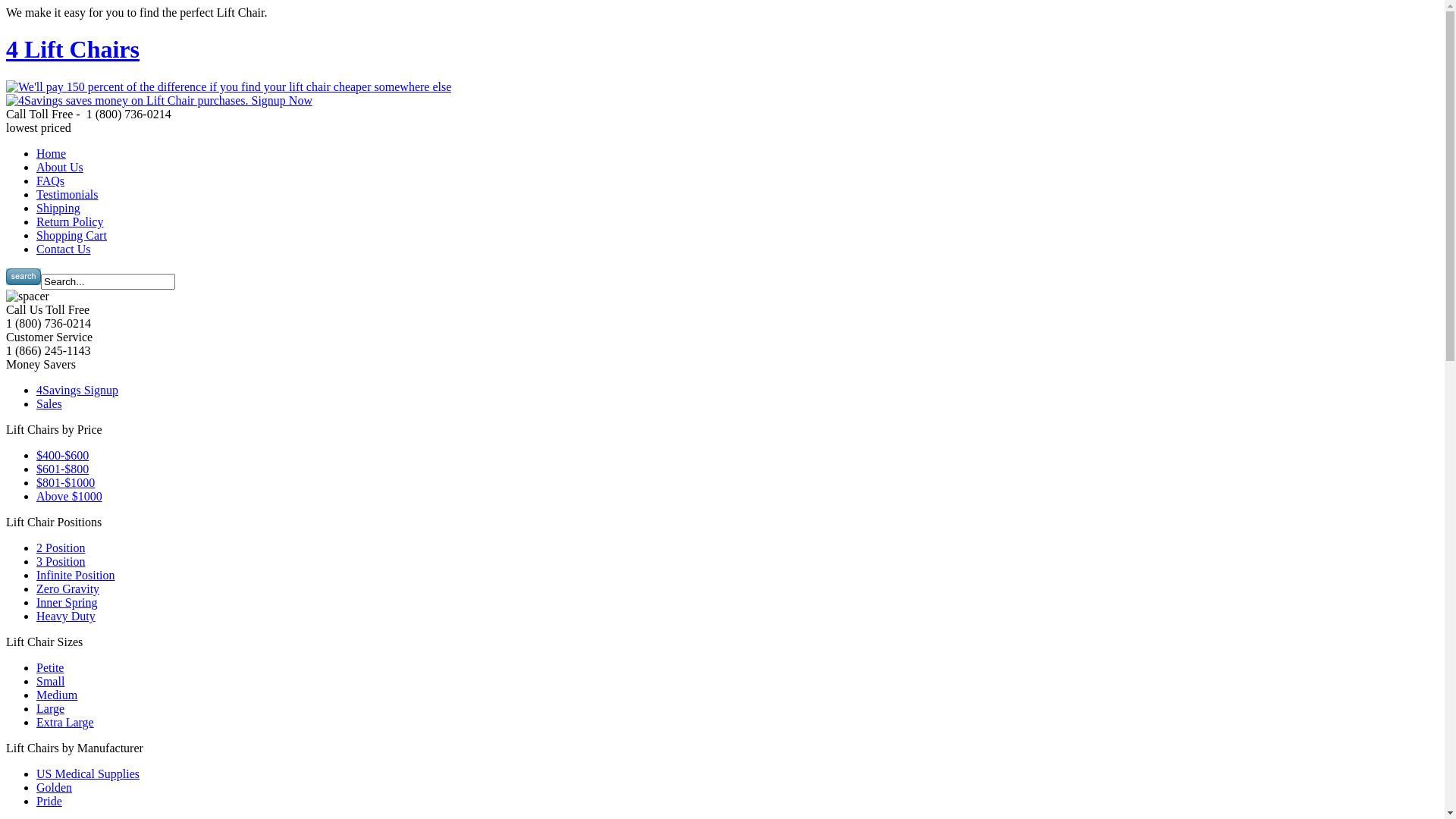 The height and width of the screenshot is (819, 1456). I want to click on '4Savings Signup', so click(76, 389).